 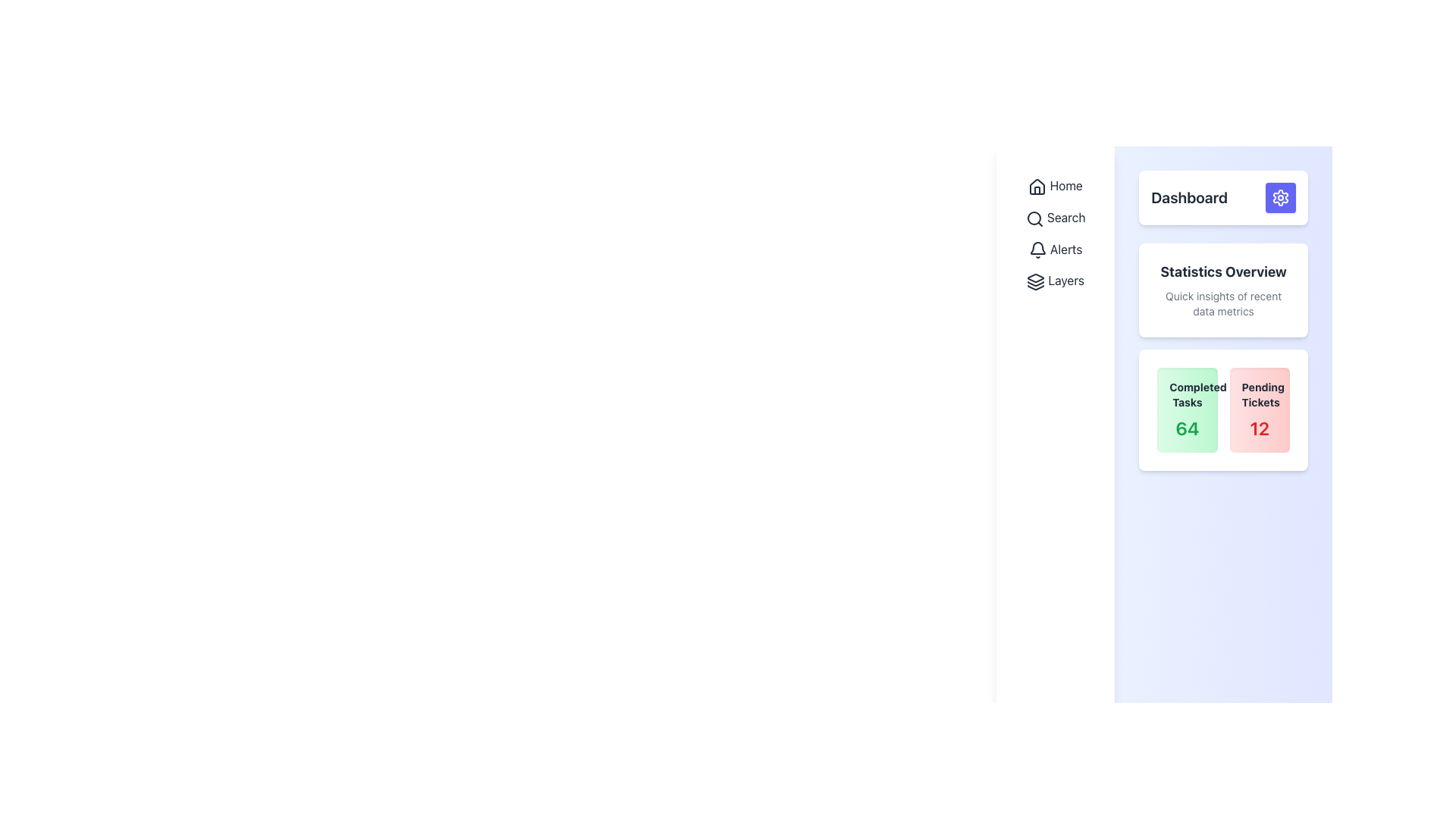 I want to click on the 'Layers' icon located in the navigation bar, which is the first of three graphical layer shapes adjacent to the 'Layers' label, so click(x=1035, y=278).